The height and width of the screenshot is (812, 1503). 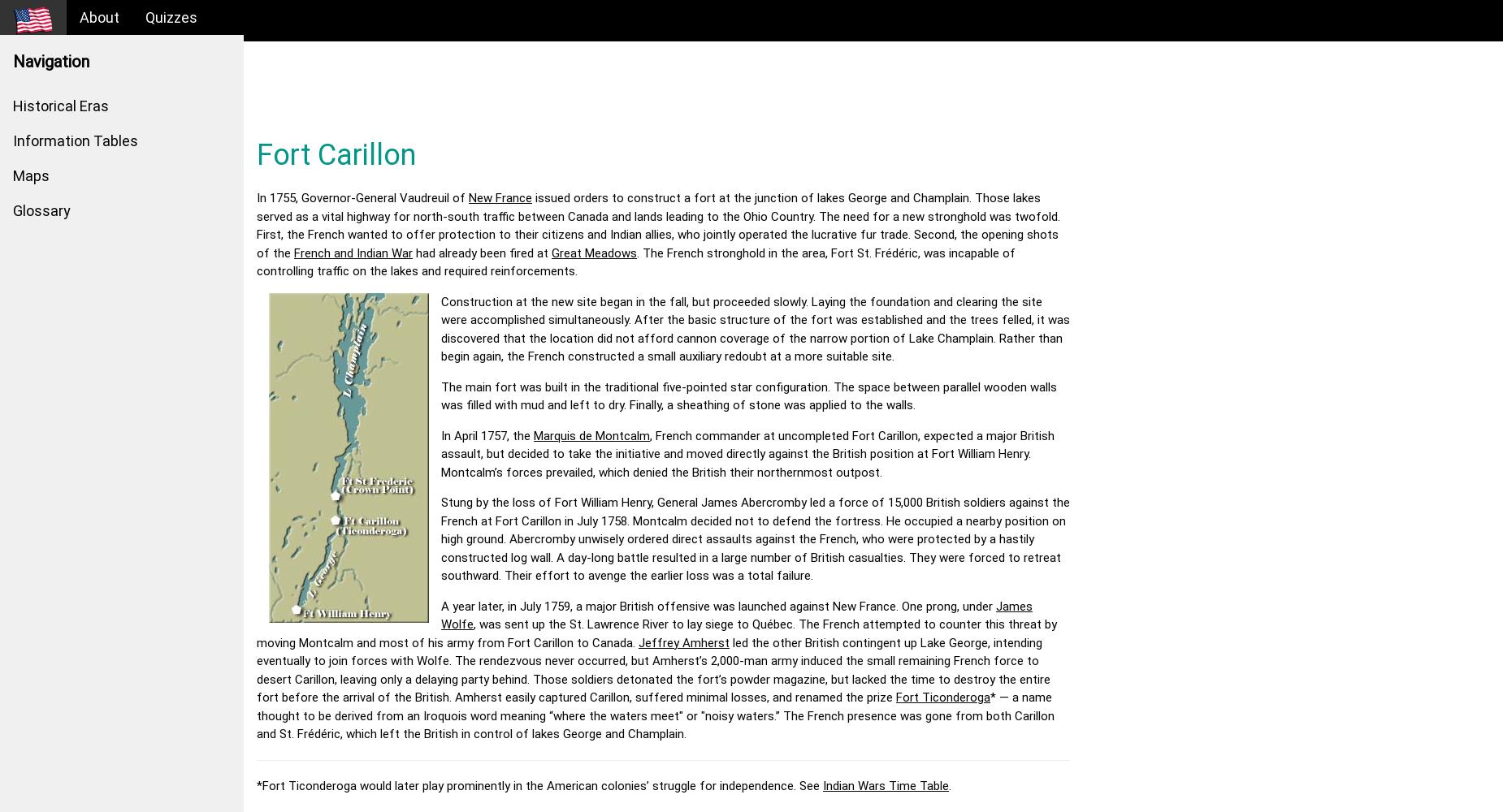 I want to click on 'Historical Eras', so click(x=59, y=106).